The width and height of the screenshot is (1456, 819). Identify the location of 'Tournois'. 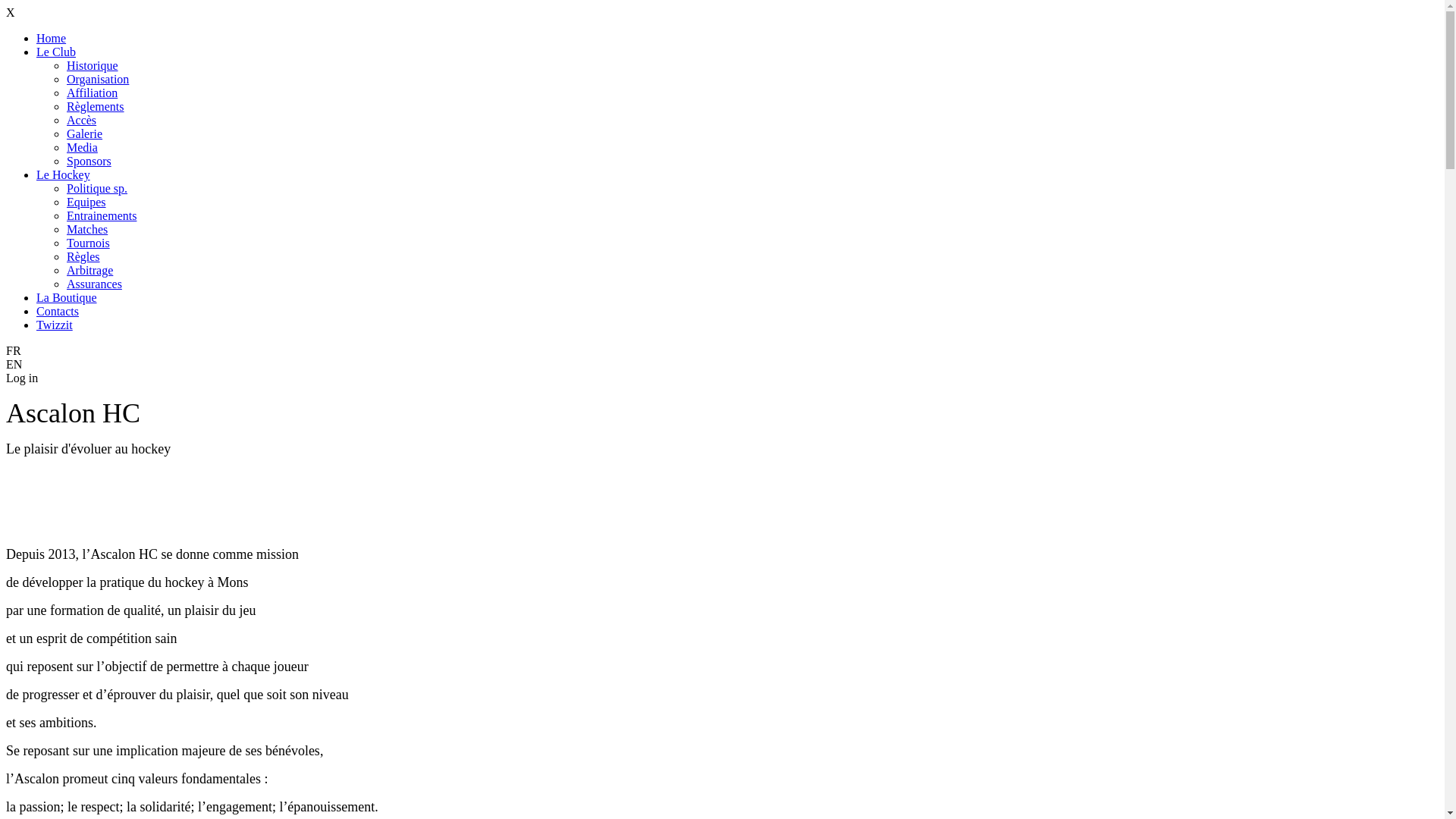
(65, 242).